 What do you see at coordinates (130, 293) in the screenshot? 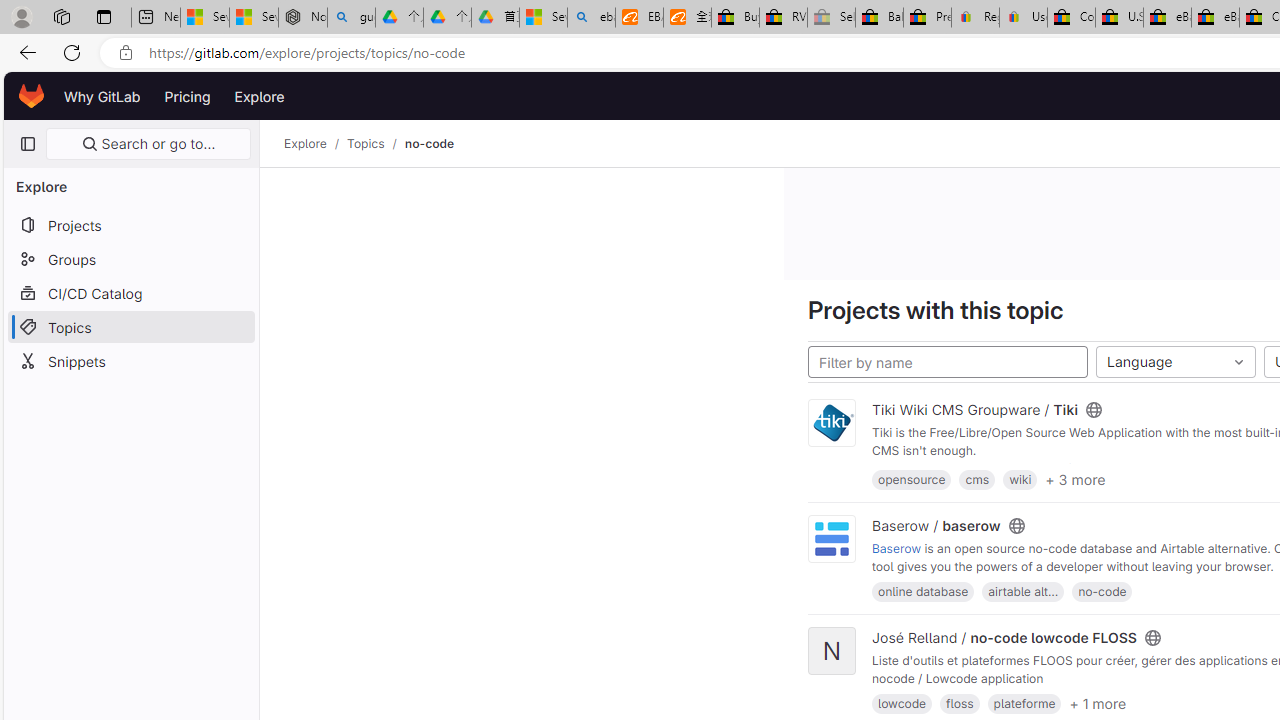
I see `'CI/CD Catalog'` at bounding box center [130, 293].